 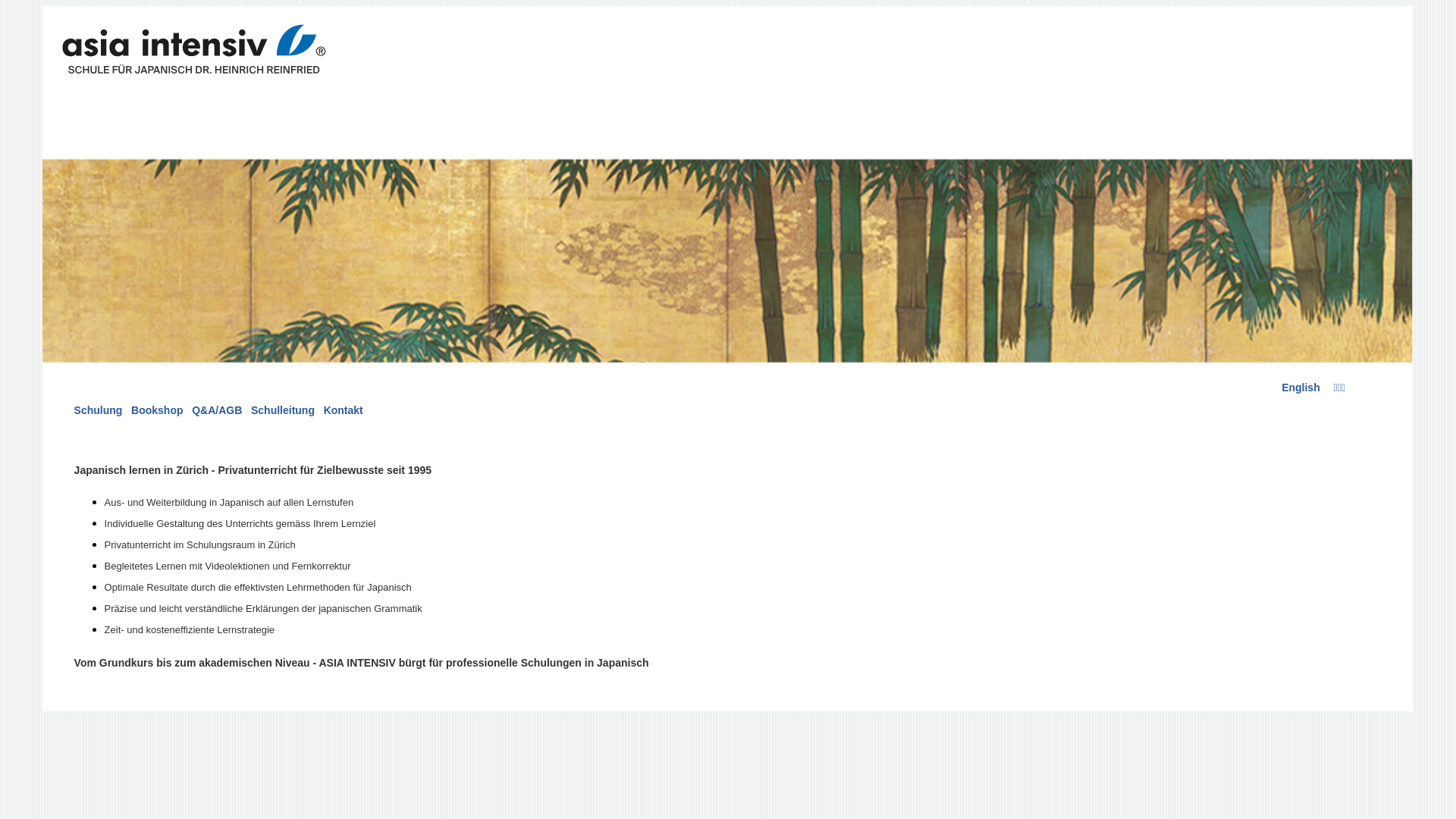 I want to click on 'Q&A/AGB', so click(x=216, y=409).